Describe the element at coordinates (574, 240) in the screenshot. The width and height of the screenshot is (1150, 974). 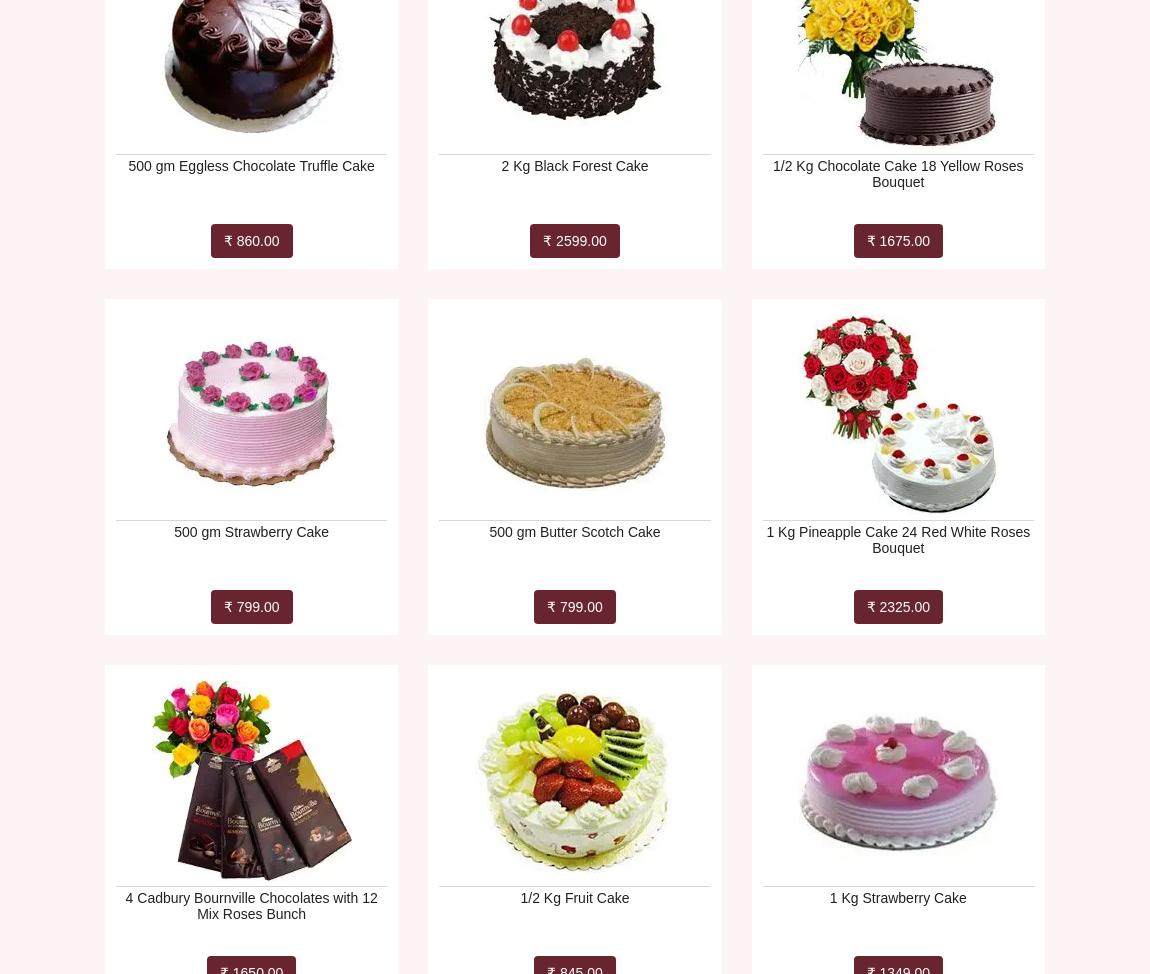
I see `'₹ 2599.00'` at that location.